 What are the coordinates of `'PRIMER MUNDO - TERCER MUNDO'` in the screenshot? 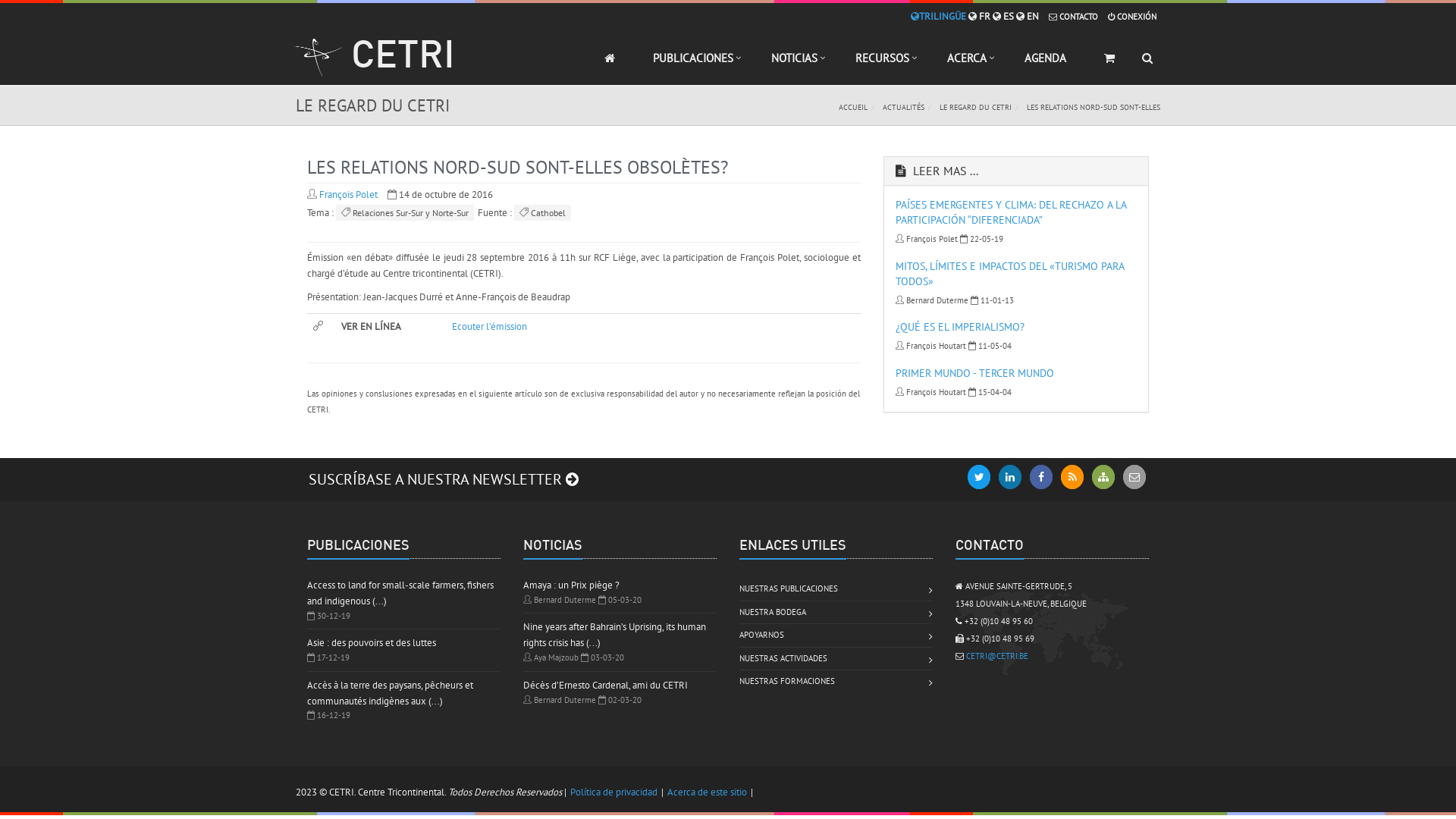 It's located at (974, 373).